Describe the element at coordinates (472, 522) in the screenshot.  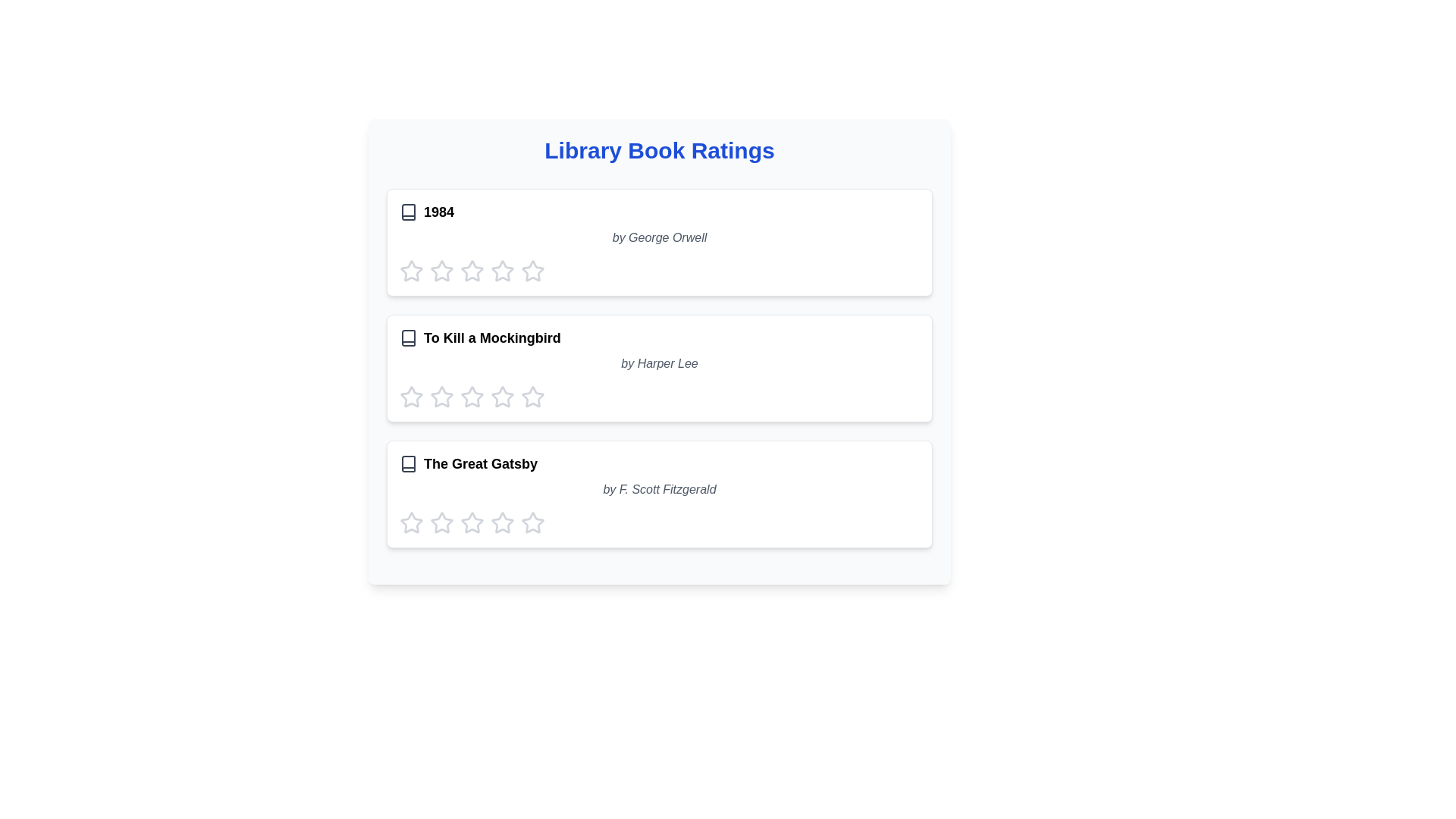
I see `the first star-shaped rating icon for 'The Great Gatsby'` at that location.